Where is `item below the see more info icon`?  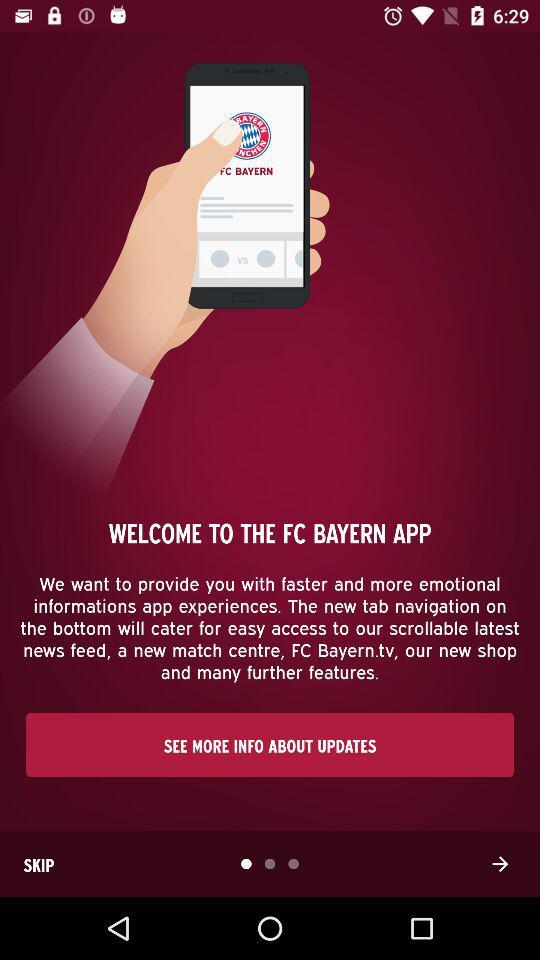
item below the see more info icon is located at coordinates (38, 863).